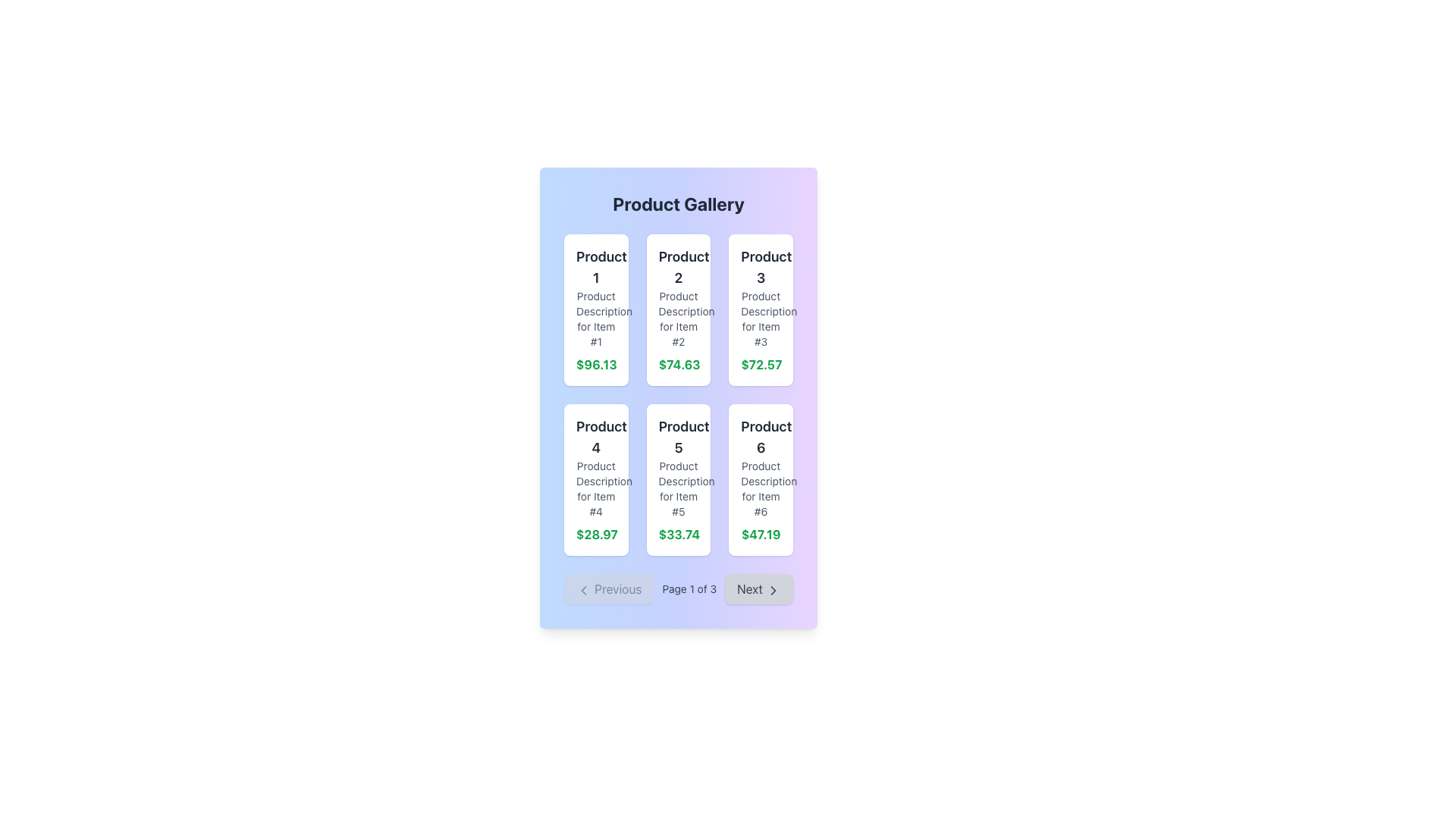 This screenshot has height=819, width=1456. I want to click on the Information Card that displays product details, including name, description, and price, located at the top-left corner of the grid layout, so click(595, 309).